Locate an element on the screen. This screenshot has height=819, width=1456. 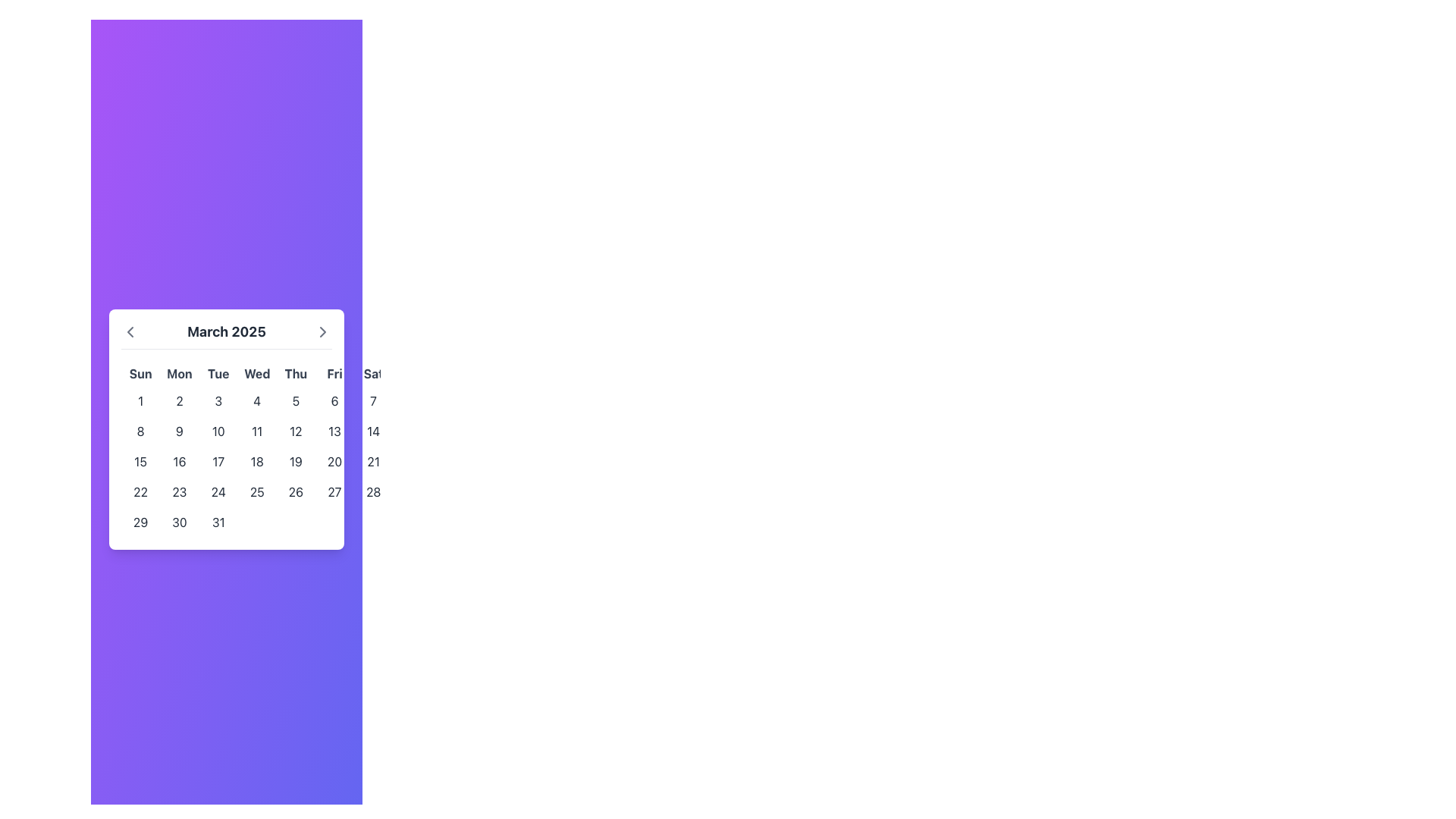
the button displaying the numeral '3', which is the third element in a series of buttons labeled from '1' to '7', characterized by its bold, dark-gray font and square appearance is located at coordinates (218, 400).